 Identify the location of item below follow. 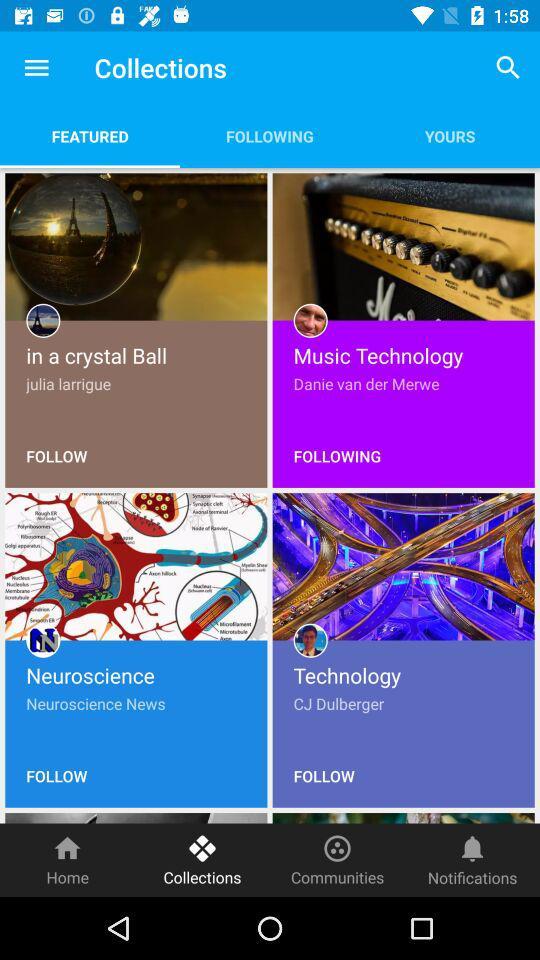
(67, 859).